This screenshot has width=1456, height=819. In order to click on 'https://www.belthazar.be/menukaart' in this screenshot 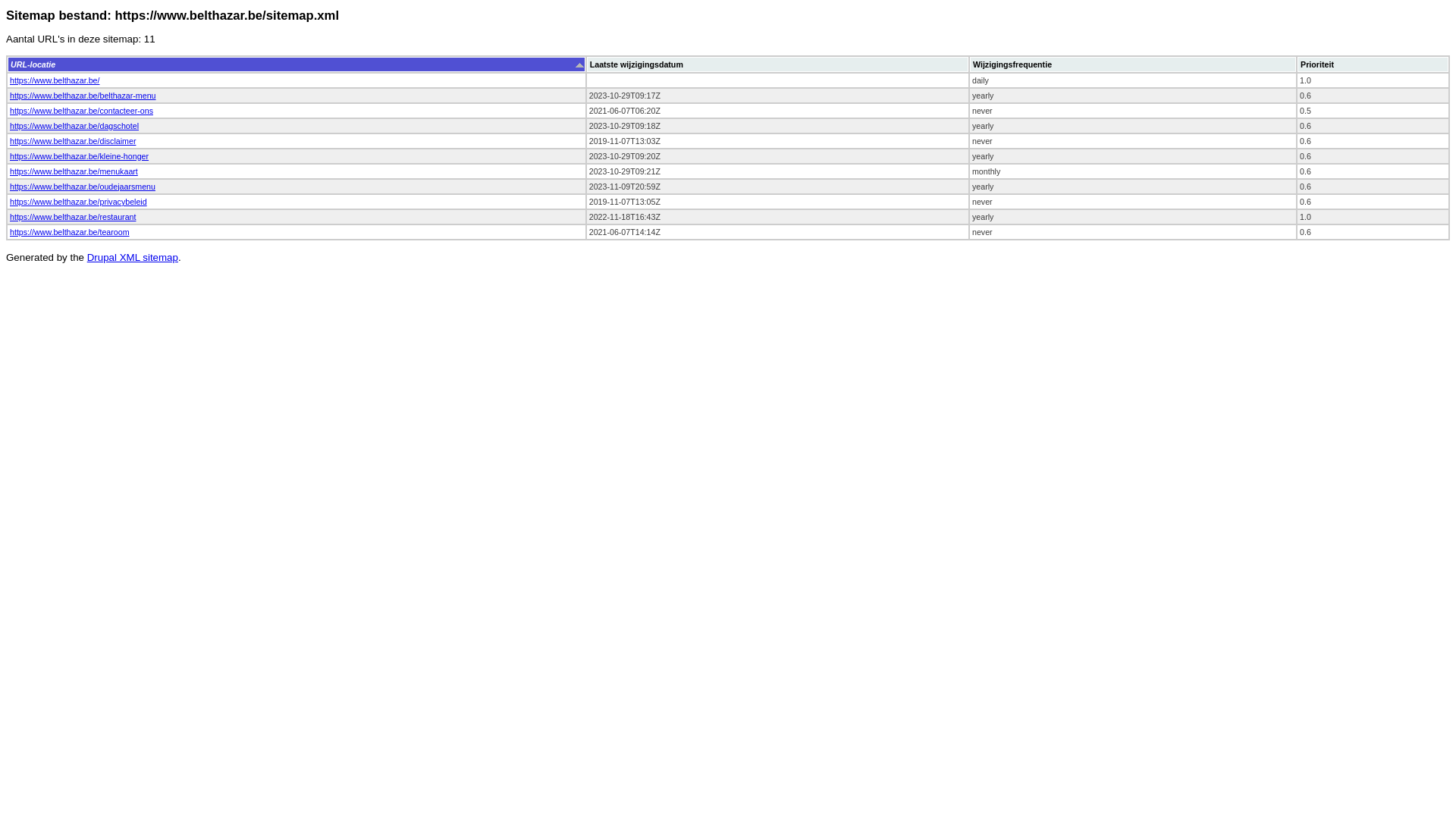, I will do `click(73, 171)`.